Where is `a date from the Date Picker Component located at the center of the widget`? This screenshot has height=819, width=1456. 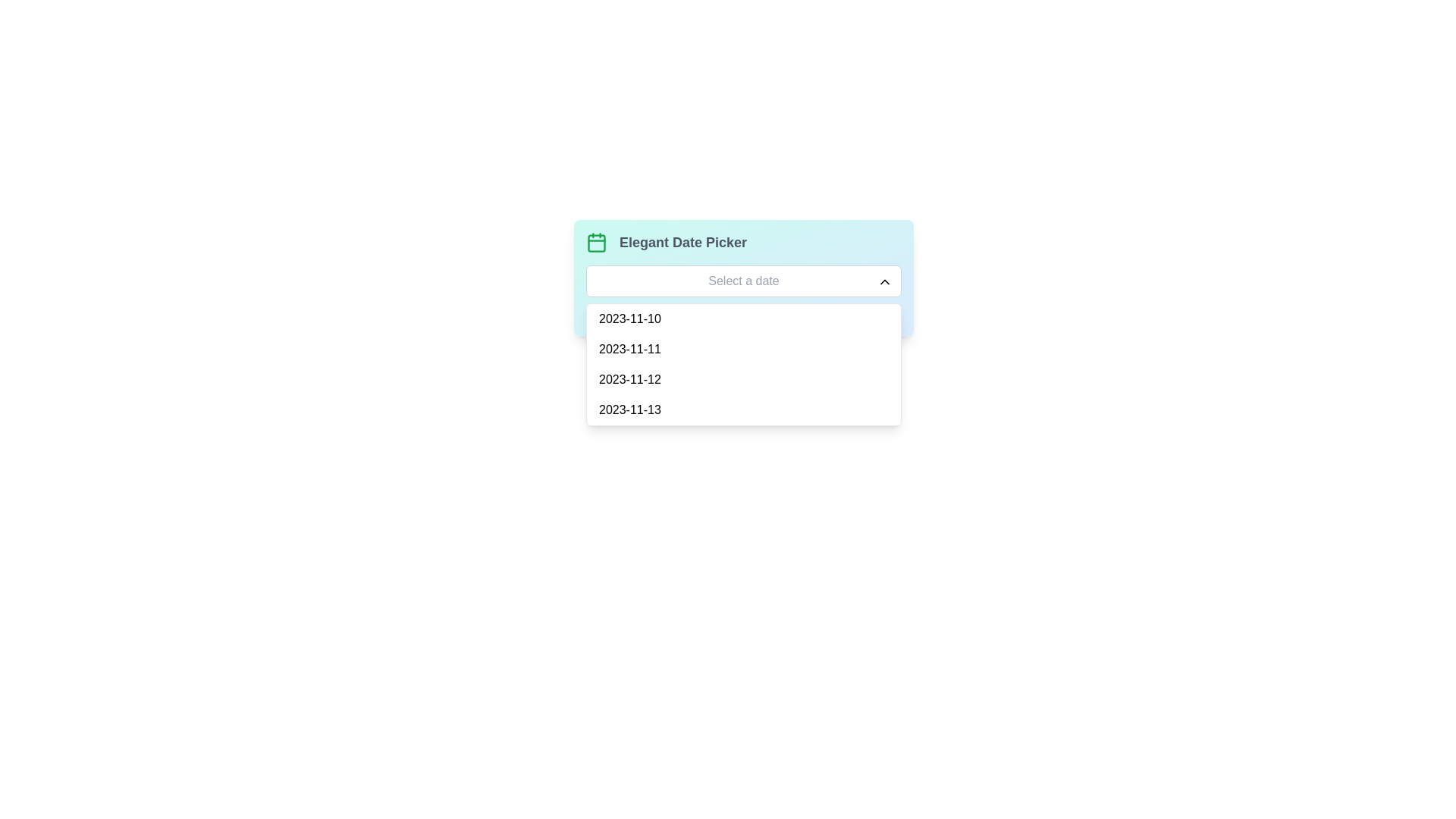 a date from the Date Picker Component located at the center of the widget is located at coordinates (743, 278).